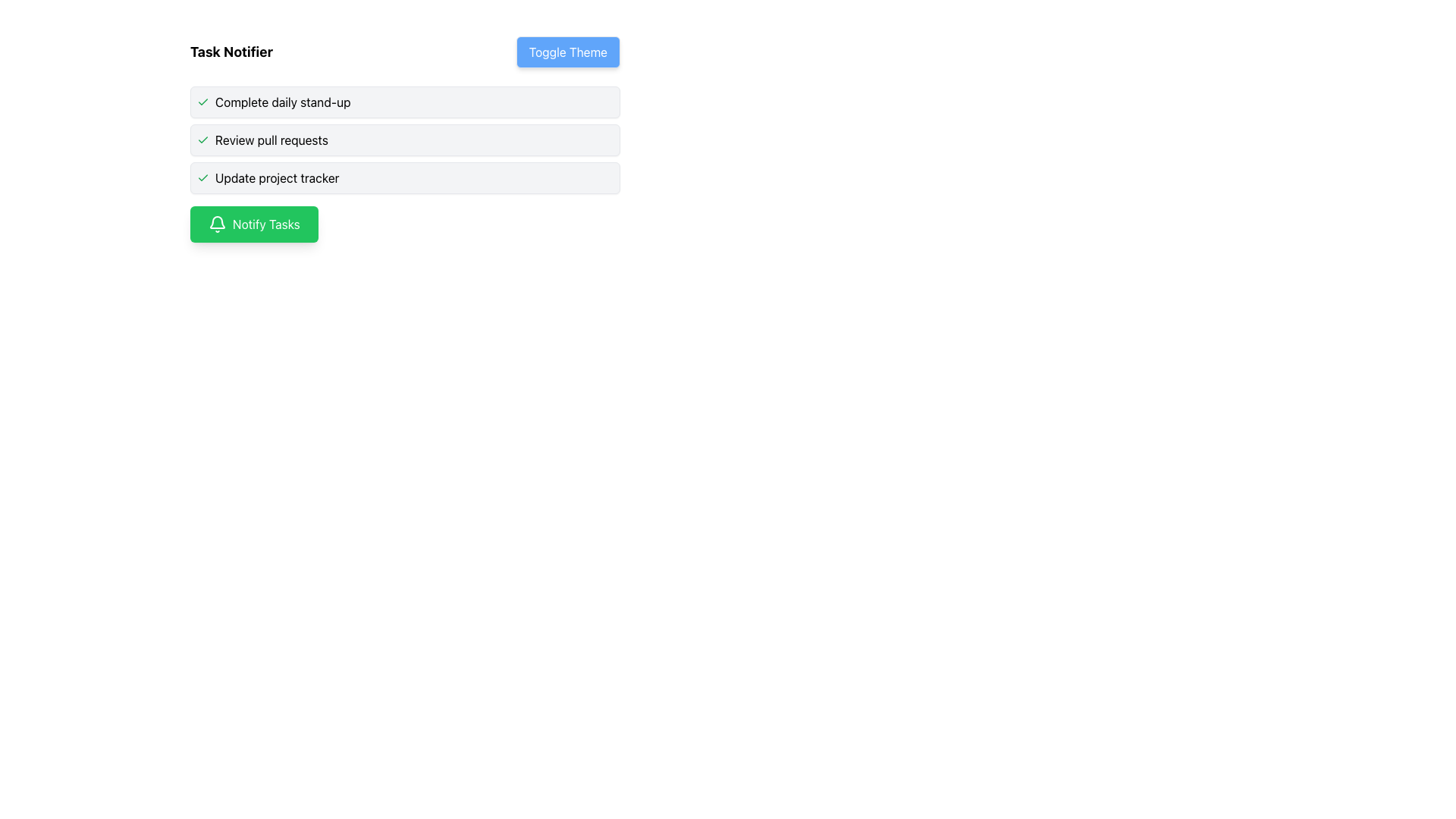 The width and height of the screenshot is (1456, 819). What do you see at coordinates (405, 177) in the screenshot?
I see `assistive technologies` at bounding box center [405, 177].